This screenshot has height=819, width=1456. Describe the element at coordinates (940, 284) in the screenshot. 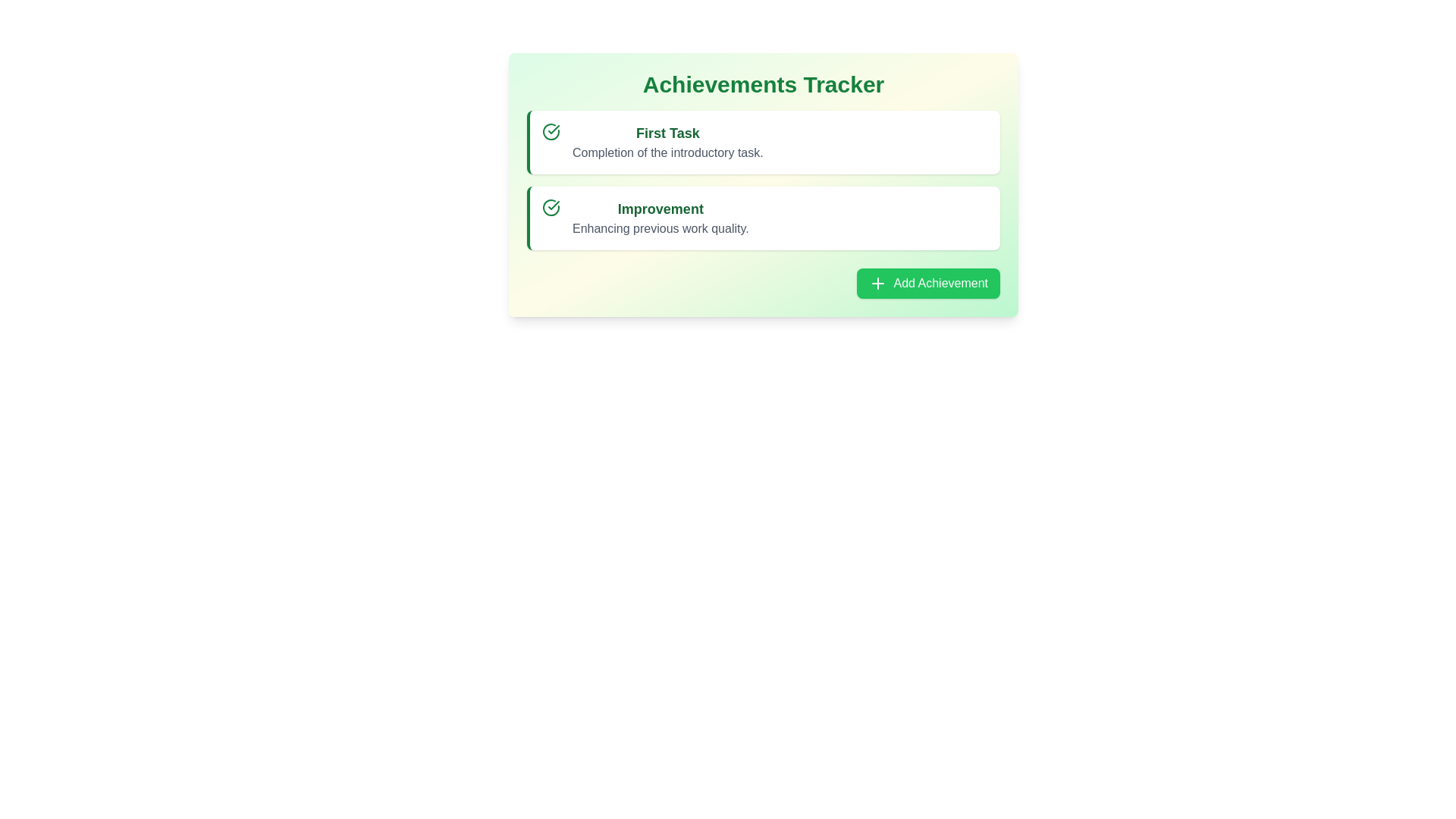

I see `the descriptive text within the button that adds a new achievement entry, located at the bottom-right of the central card, to the immediate right of a 'plus' icon` at that location.